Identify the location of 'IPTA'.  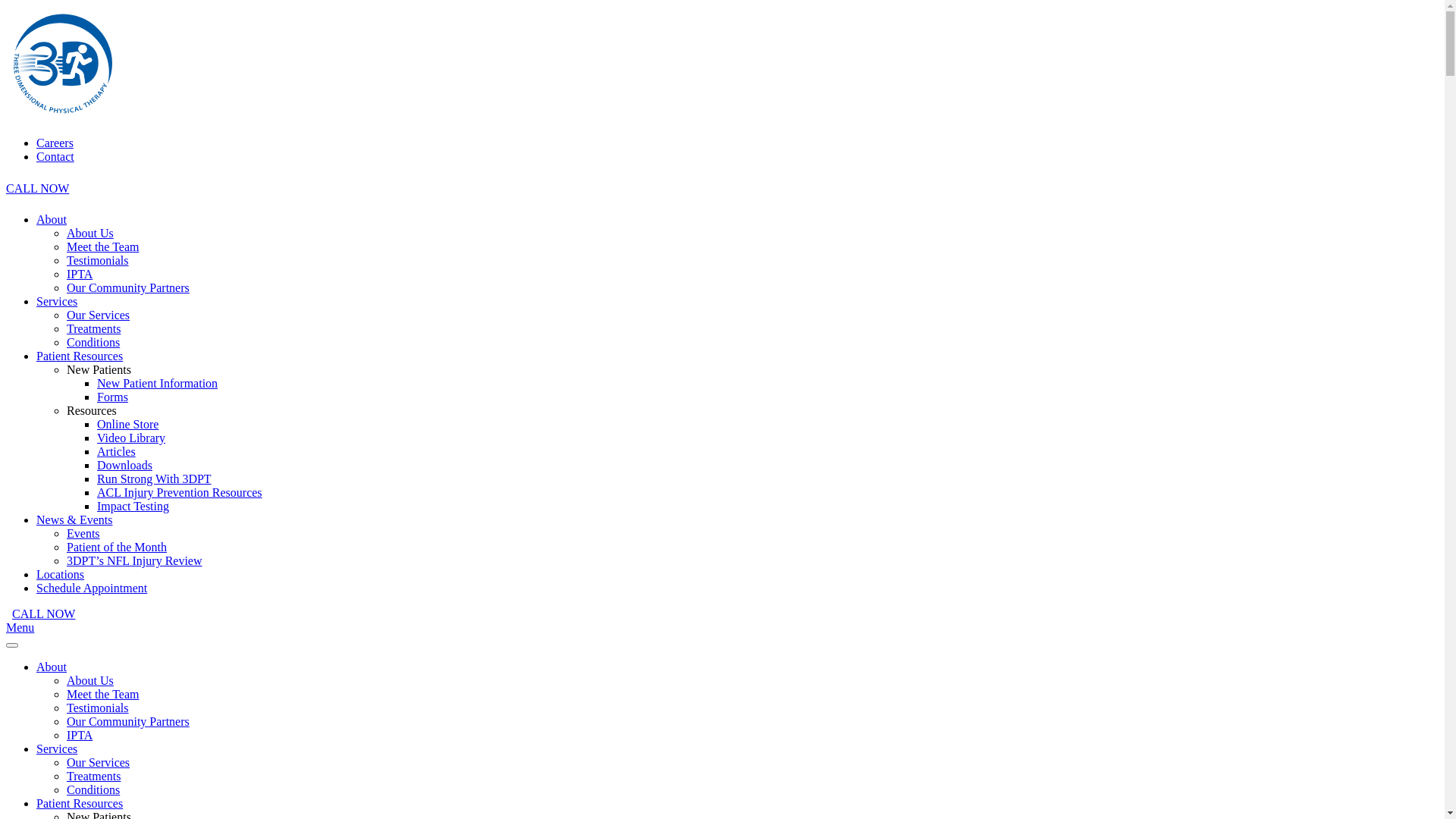
(79, 734).